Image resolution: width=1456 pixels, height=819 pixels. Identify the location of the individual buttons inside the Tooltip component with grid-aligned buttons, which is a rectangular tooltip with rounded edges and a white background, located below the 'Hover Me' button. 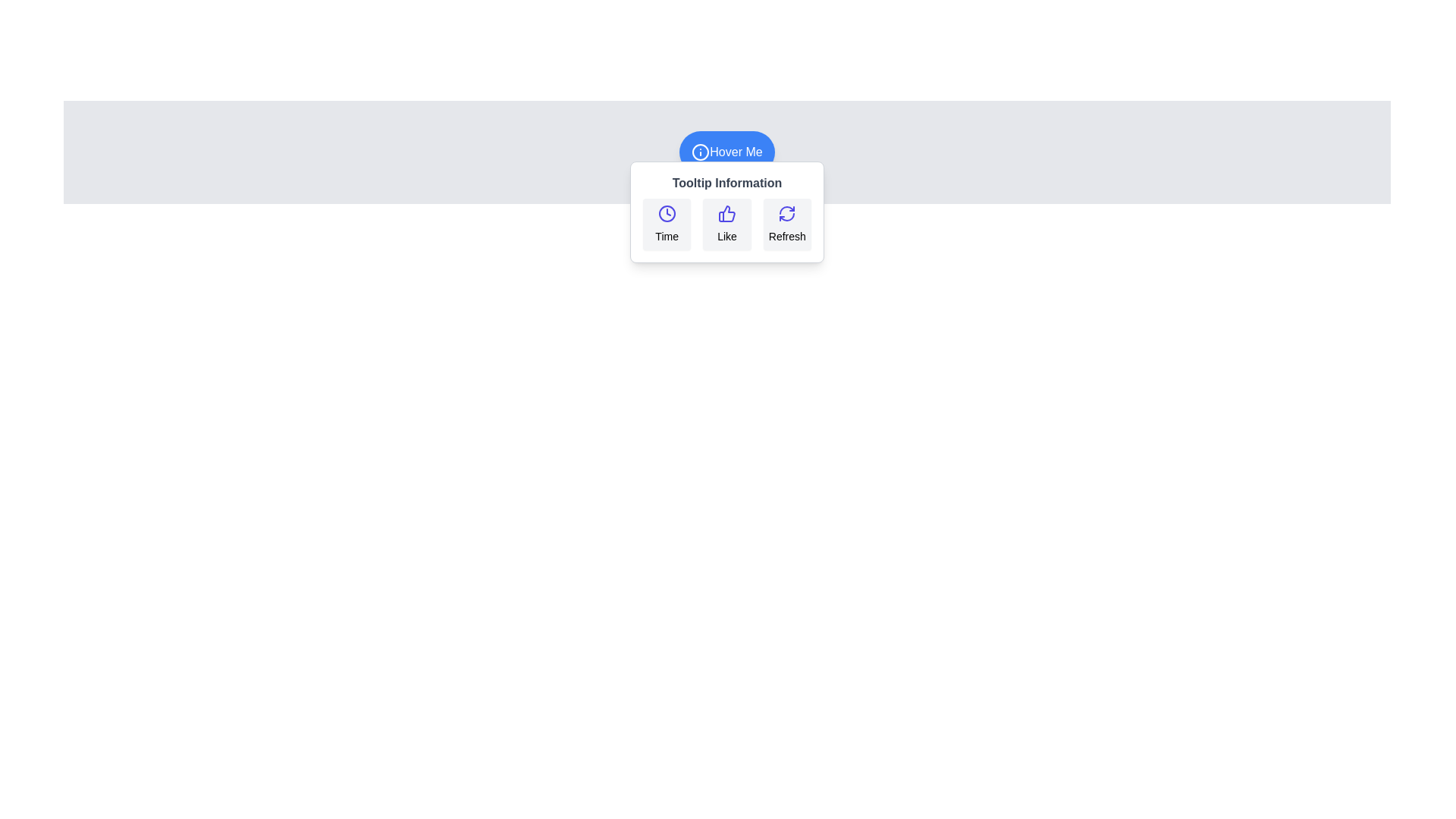
(726, 212).